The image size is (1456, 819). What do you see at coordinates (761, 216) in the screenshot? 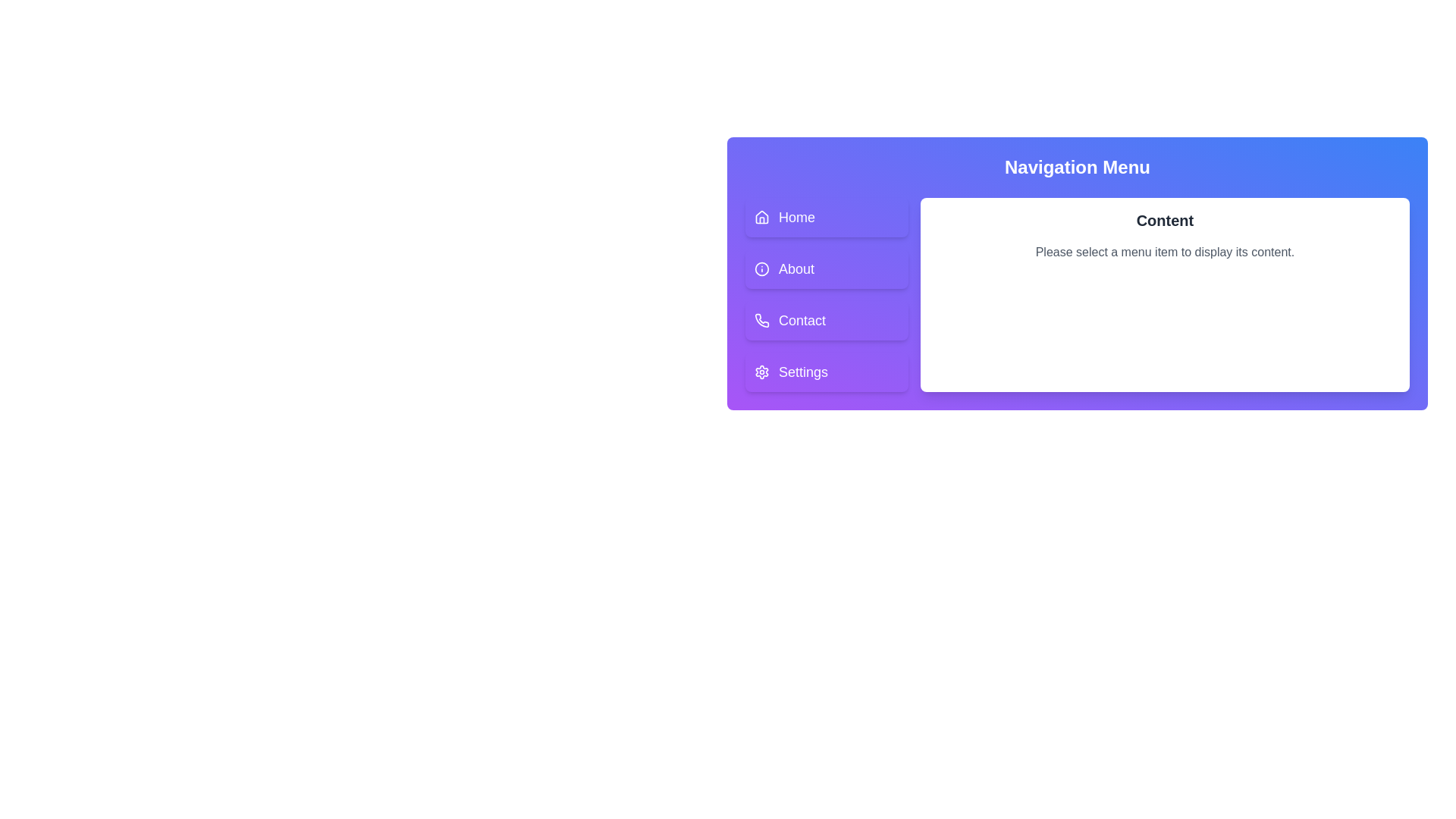
I see `the 'Home' icon in the vertical navigation menu, positioned at the top and far-left side, to enhance user understanding of the navigation option` at bounding box center [761, 216].